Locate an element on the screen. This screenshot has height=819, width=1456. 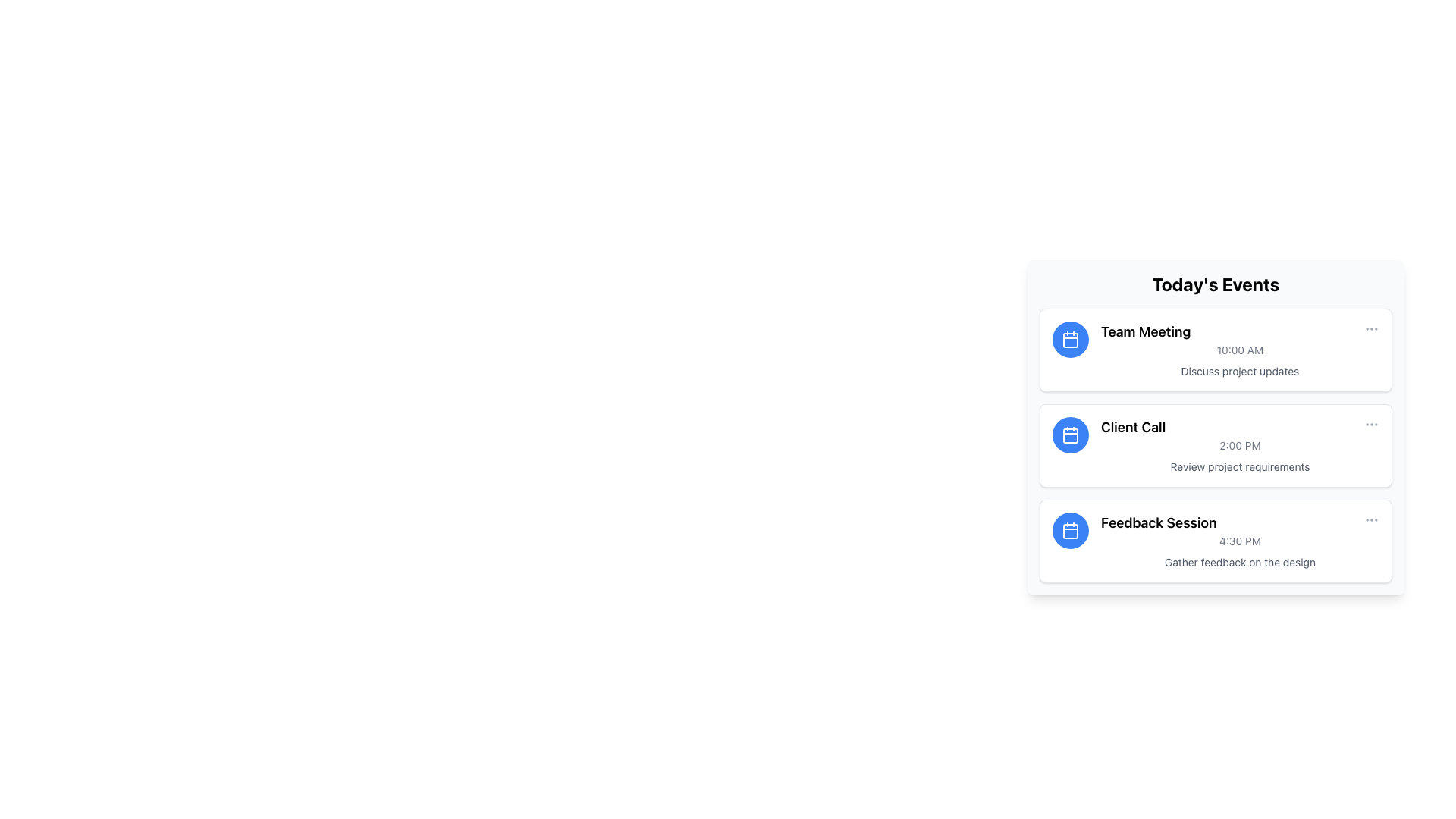
on the list item representing the scheduled event titled 'Client Call' is located at coordinates (1240, 444).